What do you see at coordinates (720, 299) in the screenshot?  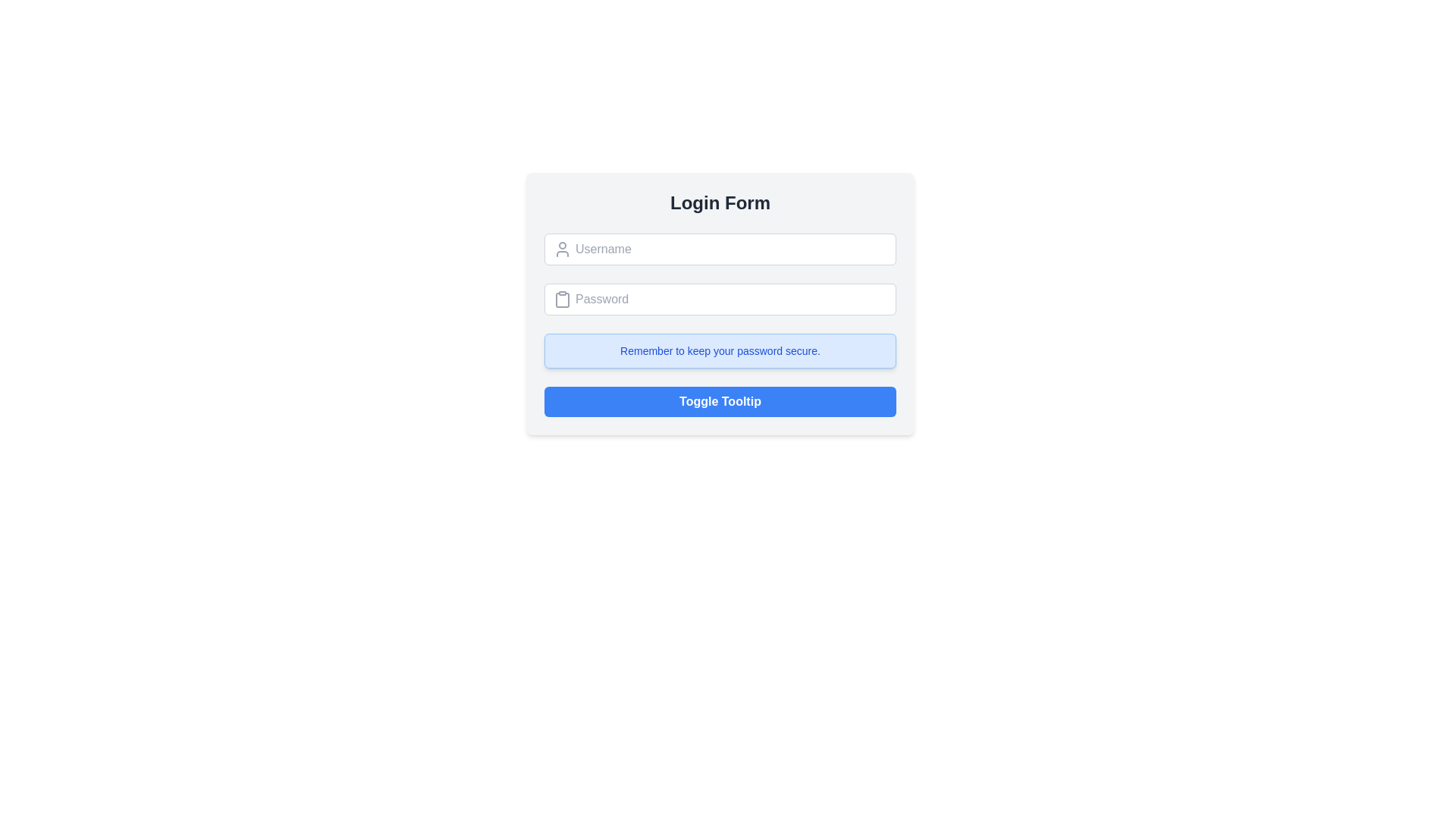 I see `the password input field, which is the second input field in the login form, to focus on it` at bounding box center [720, 299].